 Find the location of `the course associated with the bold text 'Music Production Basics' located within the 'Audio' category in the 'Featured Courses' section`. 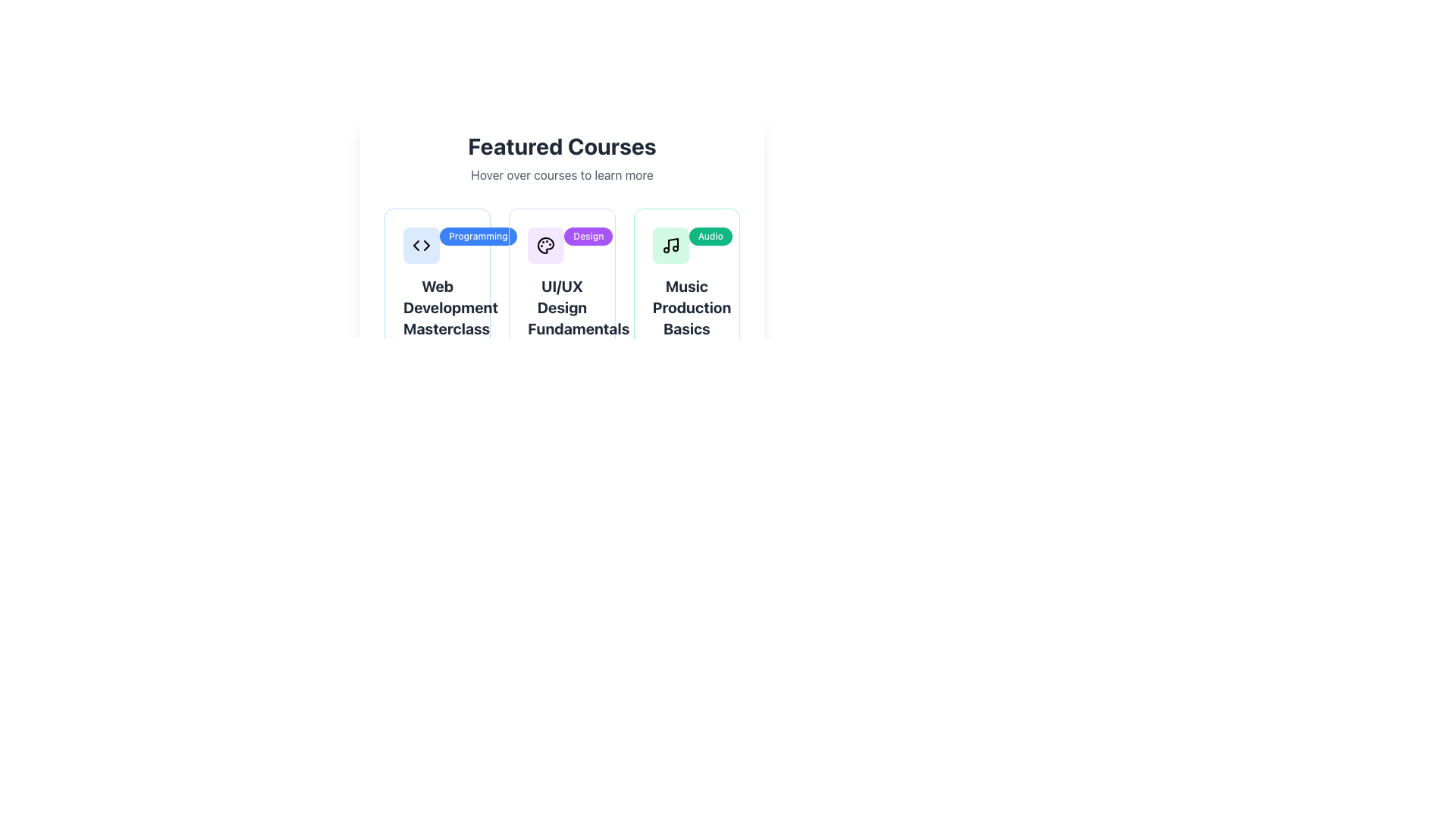

the course associated with the bold text 'Music Production Basics' located within the 'Audio' category in the 'Featured Courses' section is located at coordinates (686, 307).